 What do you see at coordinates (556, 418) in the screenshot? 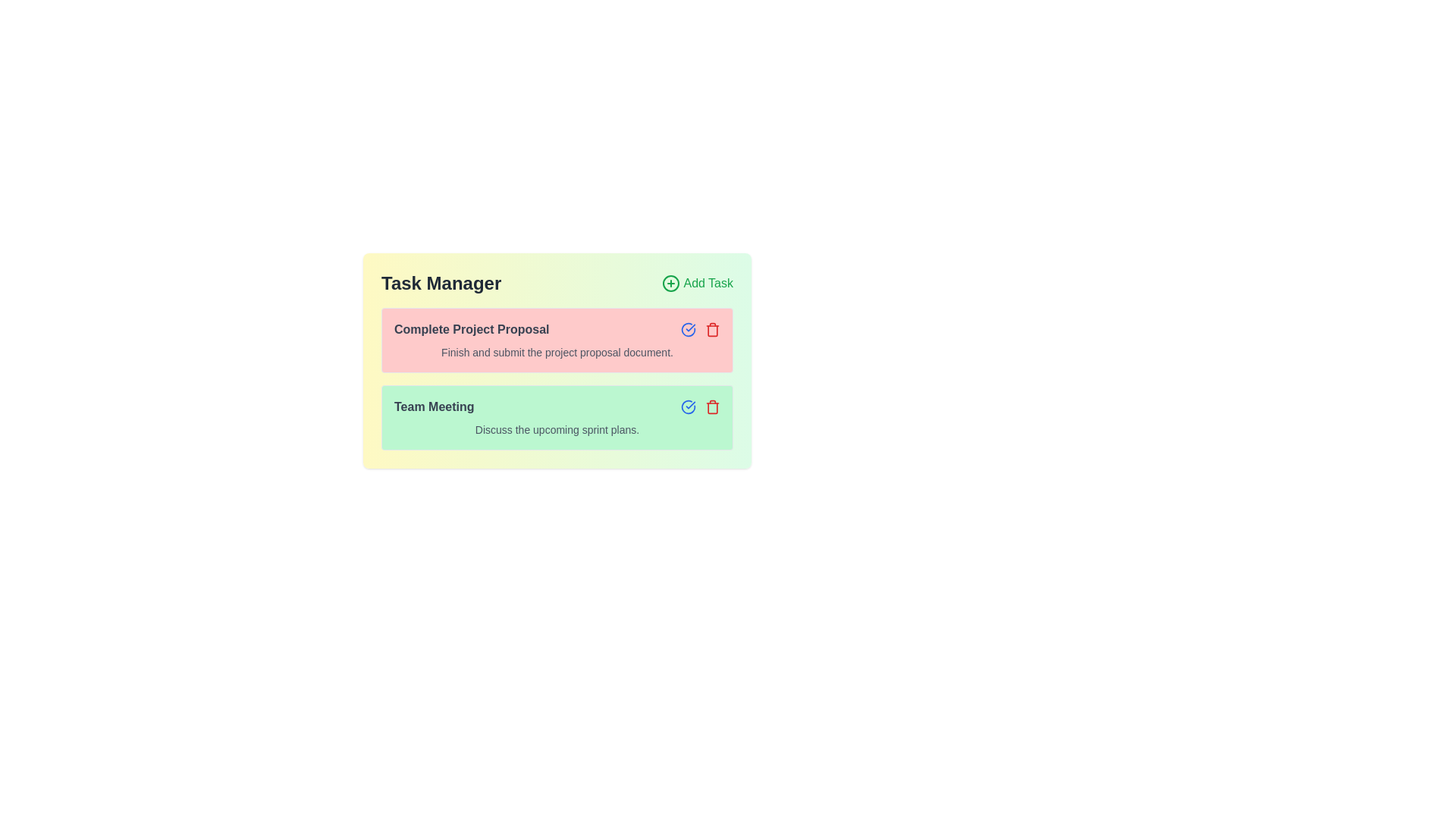
I see `the 'Team Meeting' task card in the task management UI, which is the second item below the 'Complete Project Proposal' panel` at bounding box center [556, 418].